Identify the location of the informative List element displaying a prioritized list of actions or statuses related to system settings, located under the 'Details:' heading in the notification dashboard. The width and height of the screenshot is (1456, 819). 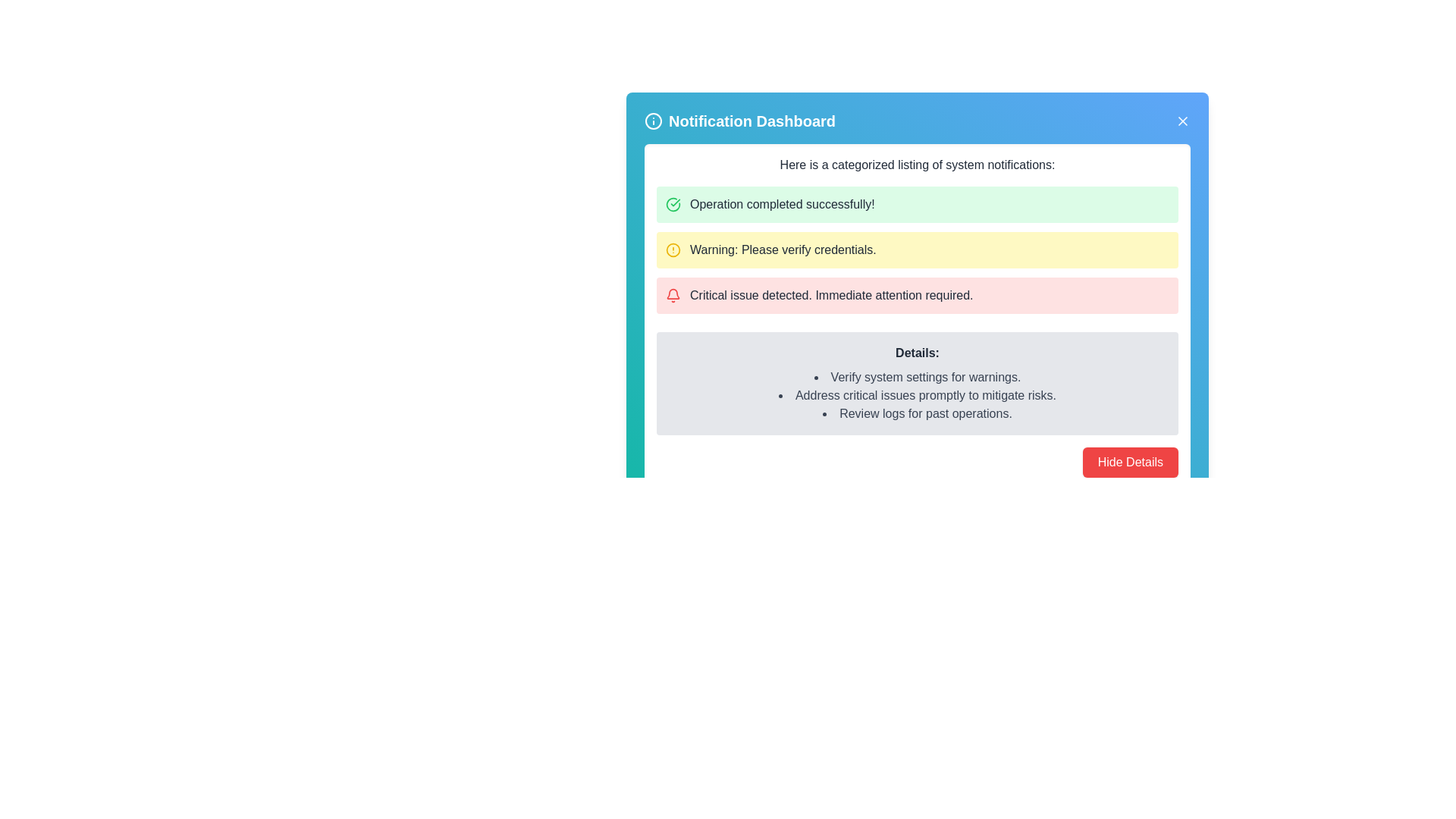
(916, 394).